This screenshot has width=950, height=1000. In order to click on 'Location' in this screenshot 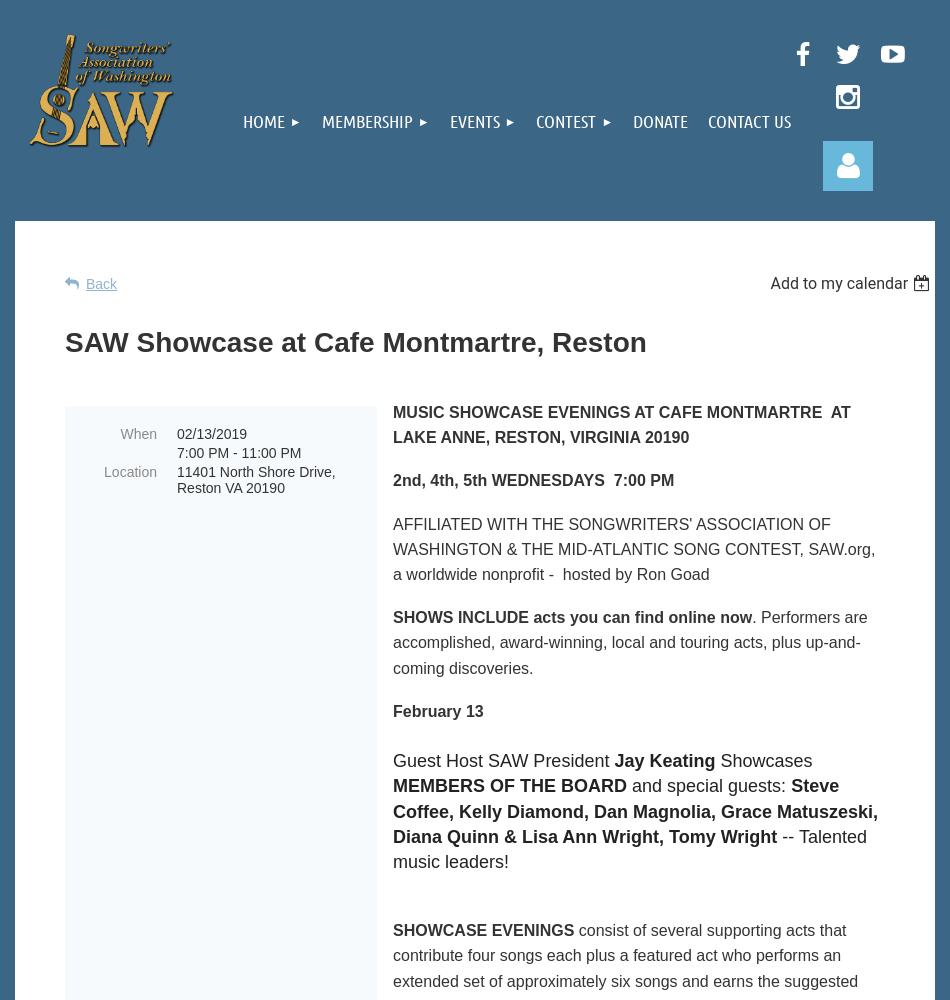, I will do `click(130, 471)`.